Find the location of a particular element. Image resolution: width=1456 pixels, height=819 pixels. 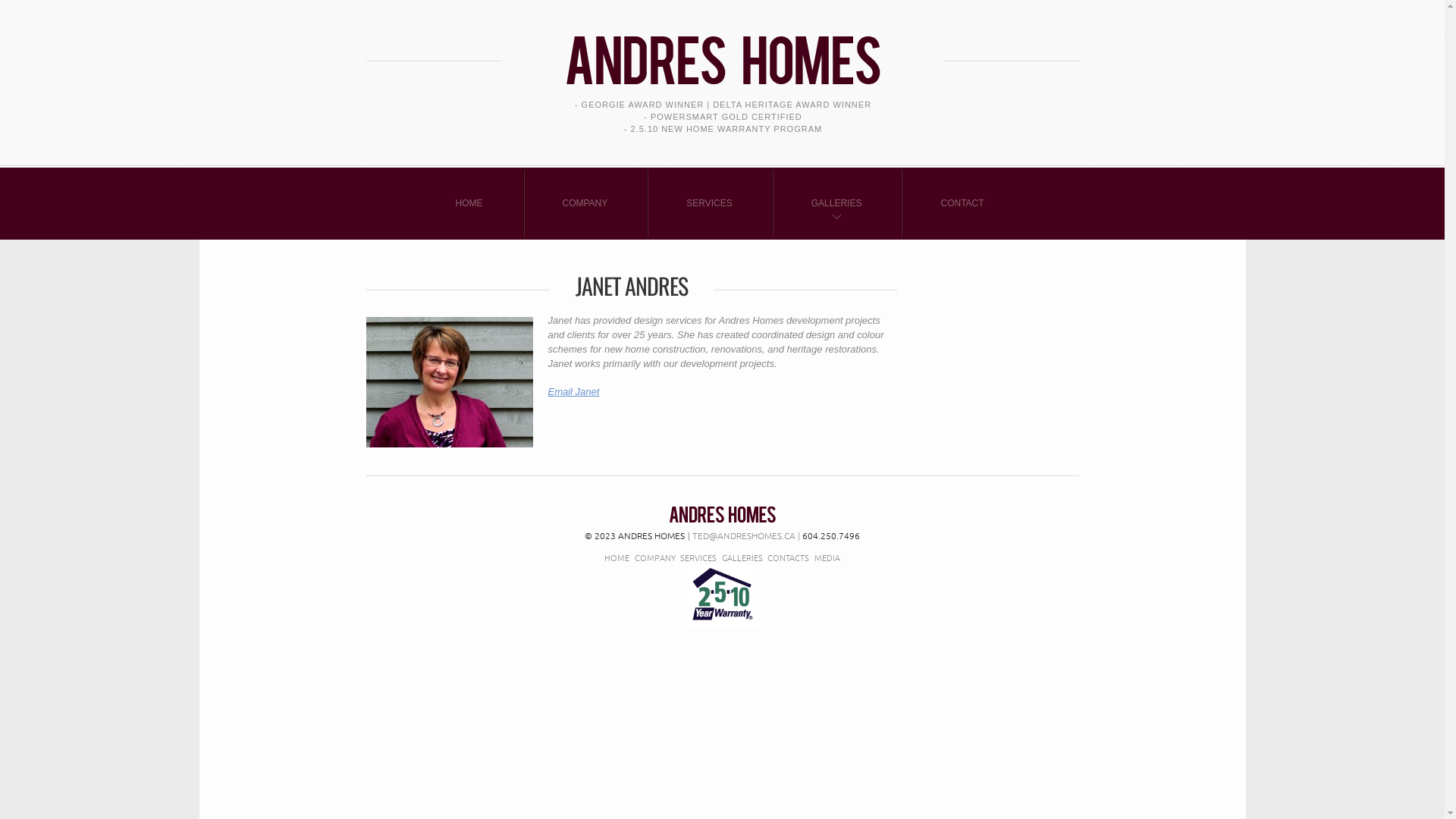

'HOME' is located at coordinates (603, 557).